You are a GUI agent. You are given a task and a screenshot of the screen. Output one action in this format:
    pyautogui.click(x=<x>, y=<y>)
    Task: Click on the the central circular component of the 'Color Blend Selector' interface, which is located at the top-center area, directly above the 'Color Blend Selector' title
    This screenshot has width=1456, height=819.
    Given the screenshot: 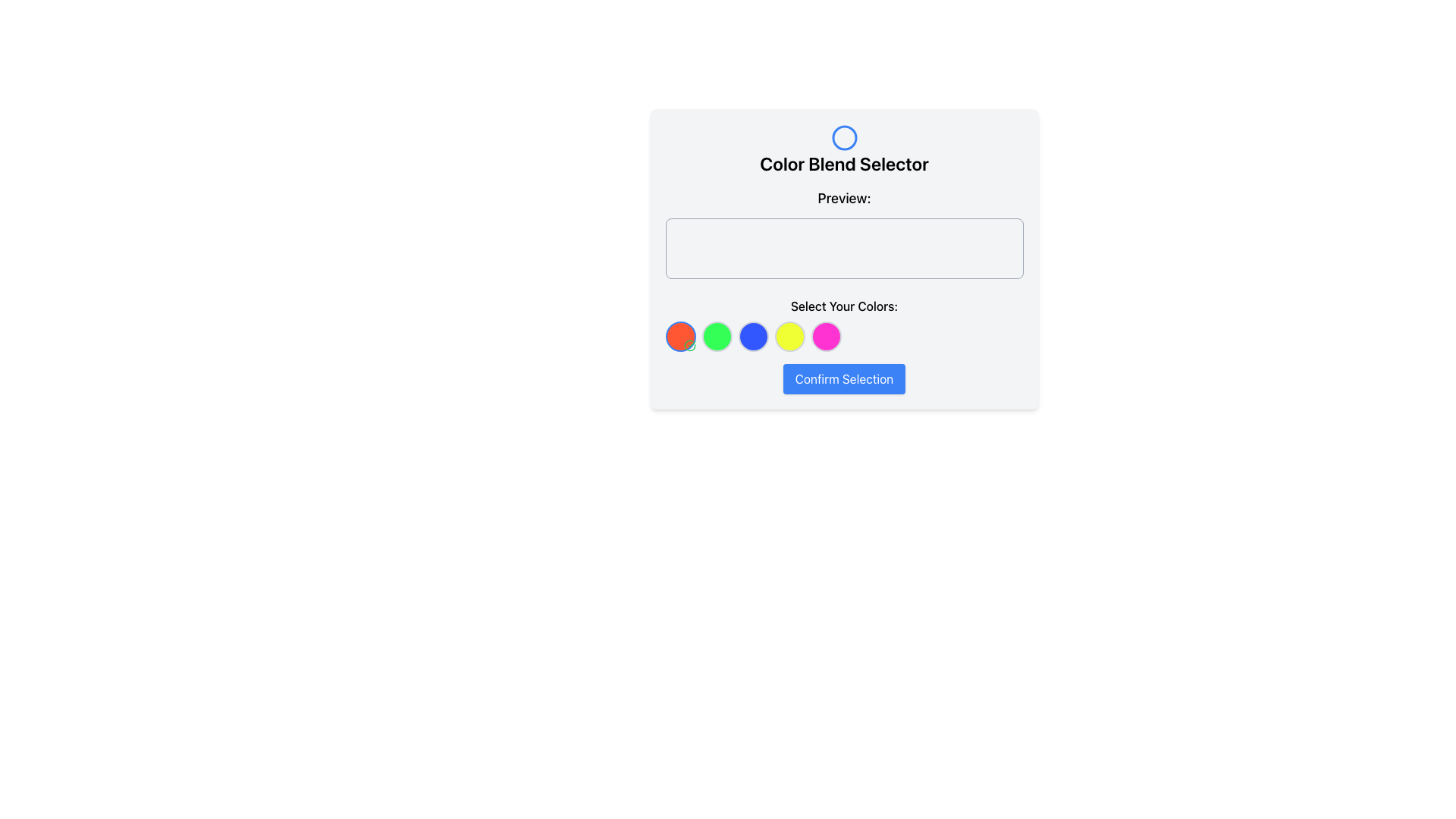 What is the action you would take?
    pyautogui.click(x=843, y=137)
    